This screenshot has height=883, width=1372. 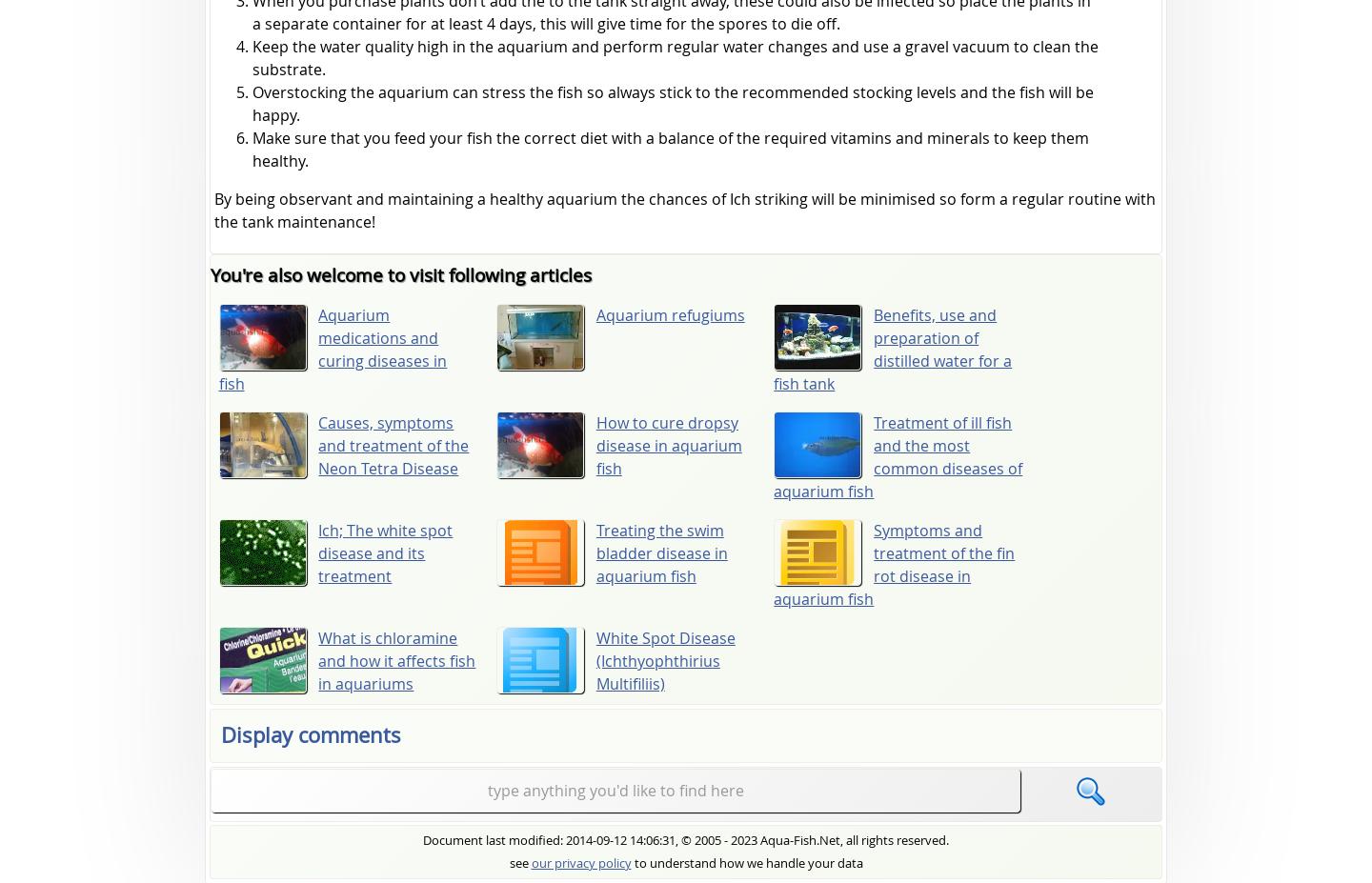 I want to click on 'Overstocking the aquarium can stress the fish so always stick to the recommended stocking levels and the fish will be happy.', so click(x=251, y=103).